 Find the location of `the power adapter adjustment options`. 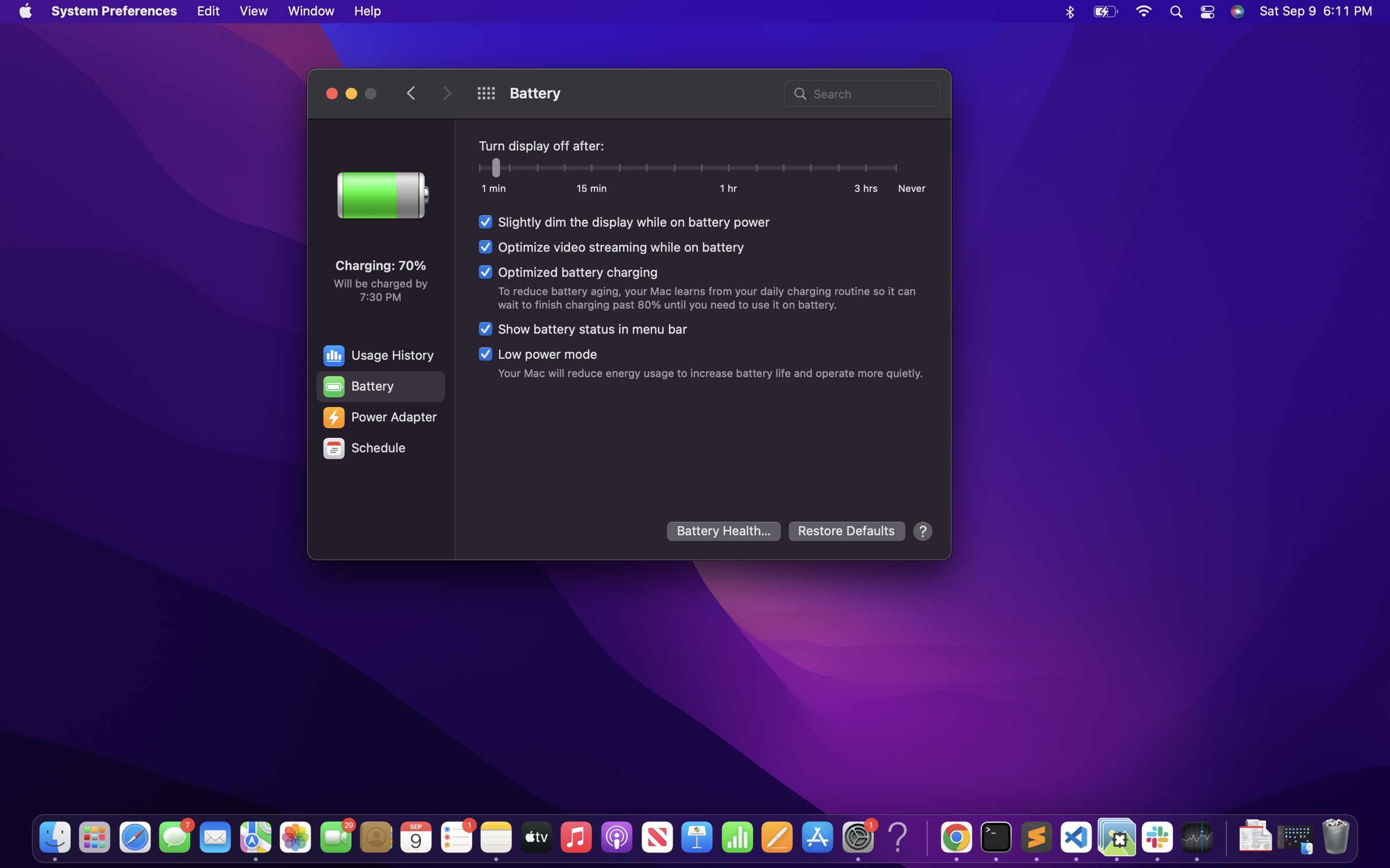

the power adapter adjustment options is located at coordinates (379, 417).